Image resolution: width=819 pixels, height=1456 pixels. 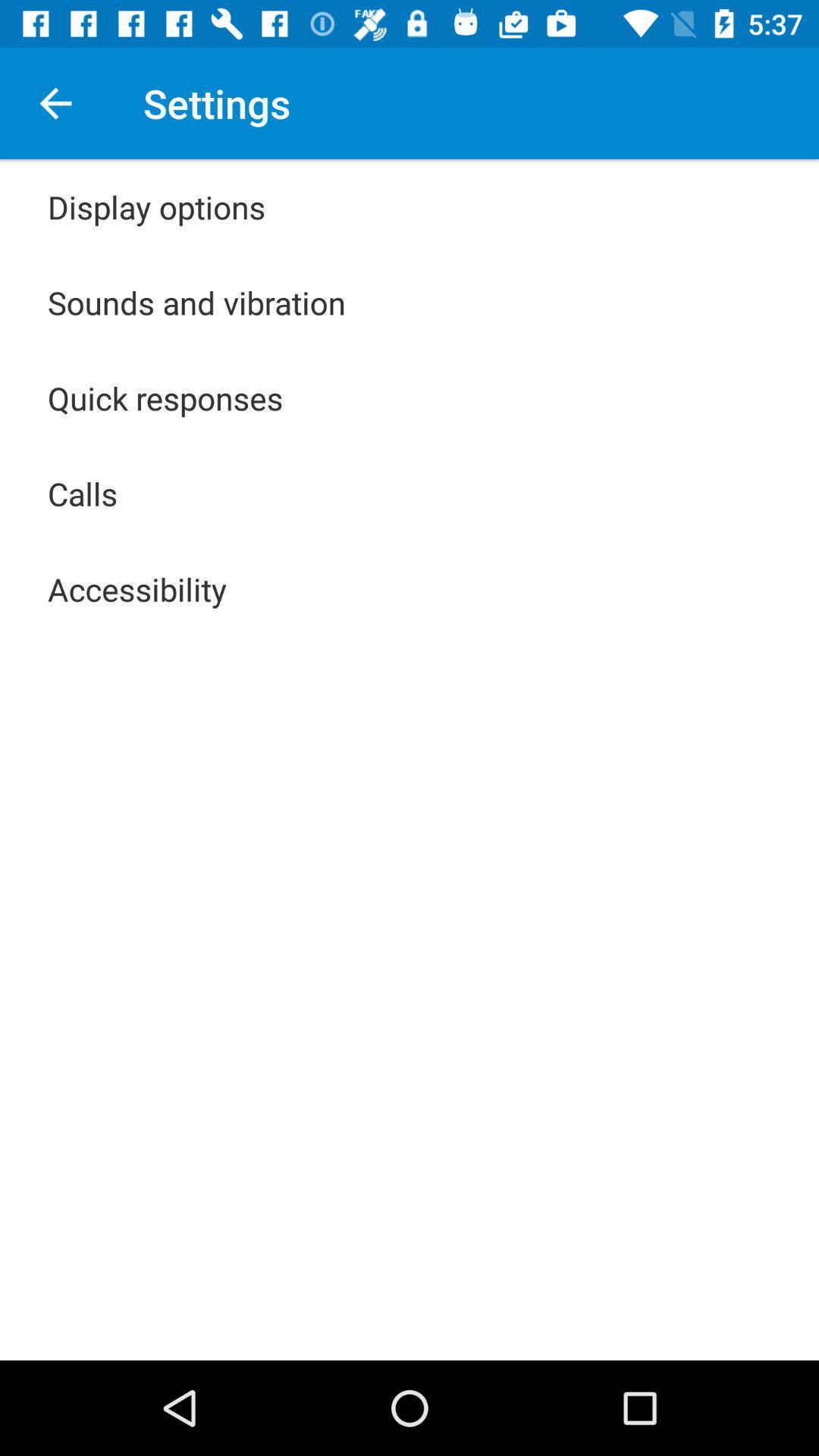 What do you see at coordinates (55, 102) in the screenshot?
I see `the icon above display options icon` at bounding box center [55, 102].